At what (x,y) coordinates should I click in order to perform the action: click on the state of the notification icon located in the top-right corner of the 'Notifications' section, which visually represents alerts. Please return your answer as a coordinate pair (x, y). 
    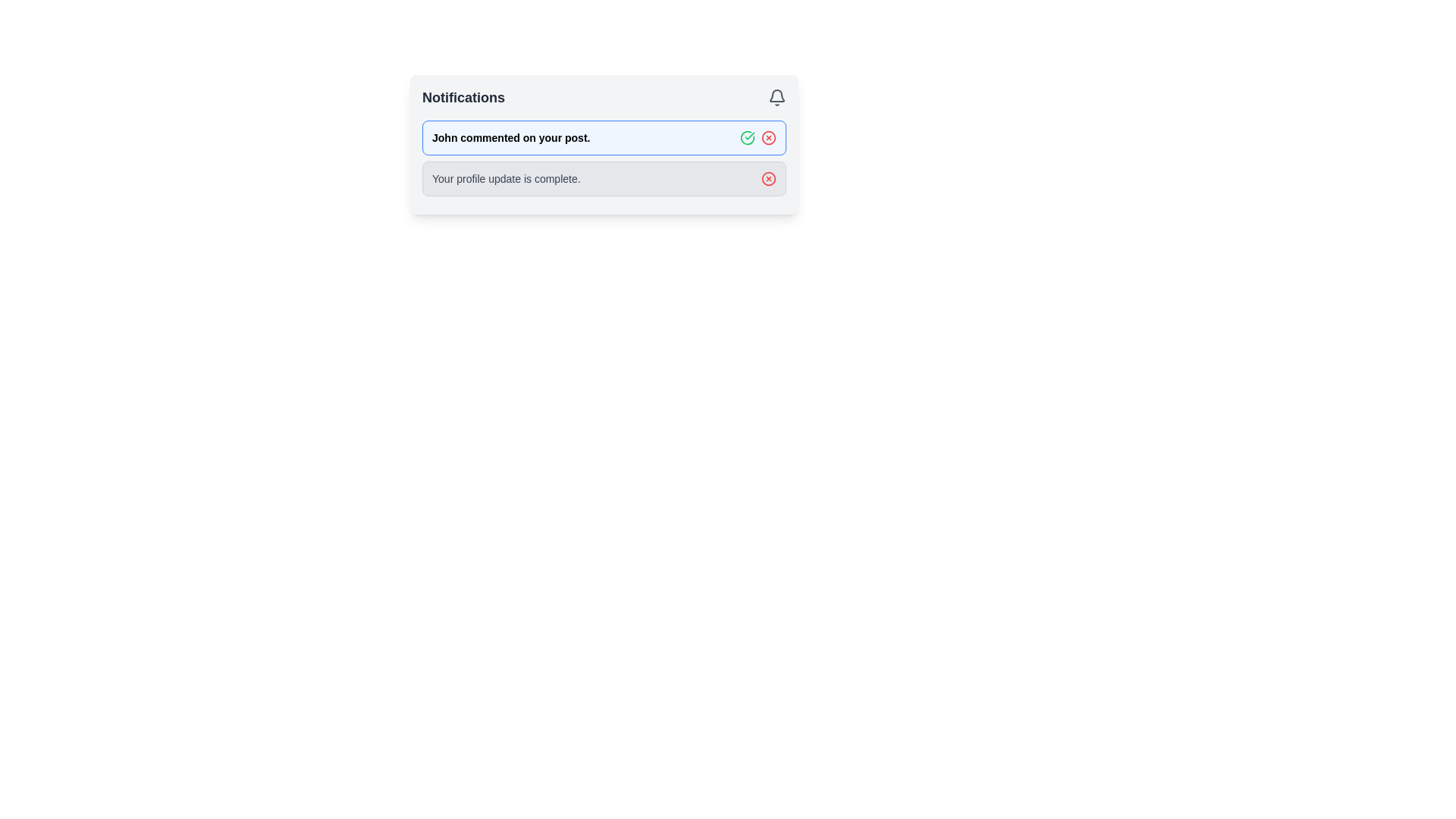
    Looking at the image, I should click on (777, 97).